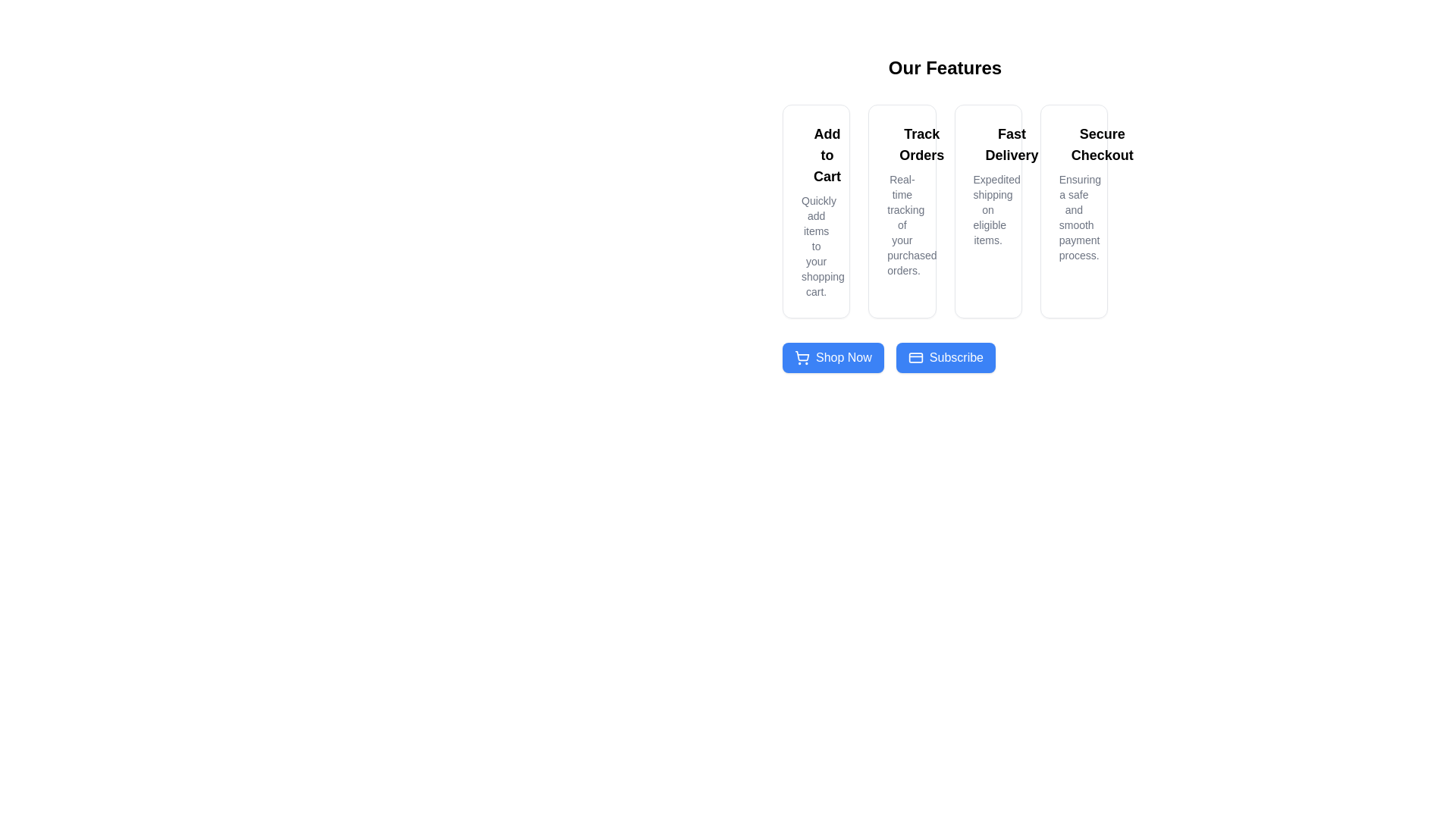 The width and height of the screenshot is (1456, 819). What do you see at coordinates (1012, 145) in the screenshot?
I see `the text label that serves as the title for the 'Fast Delivery' feature, which is positioned as the headline text of the third card in a horizontal set of four feature cards` at bounding box center [1012, 145].